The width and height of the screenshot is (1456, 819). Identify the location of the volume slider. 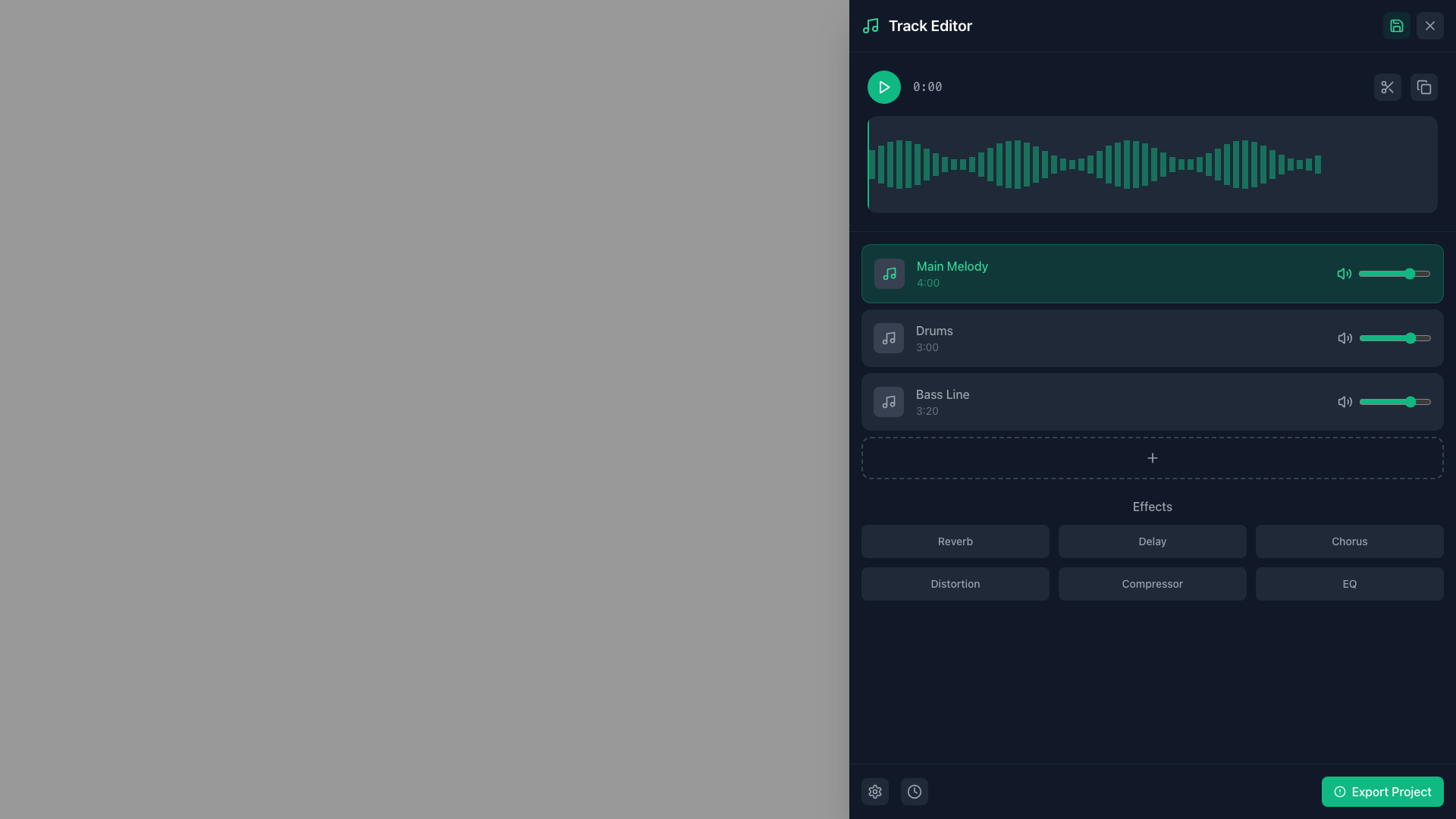
(1392, 274).